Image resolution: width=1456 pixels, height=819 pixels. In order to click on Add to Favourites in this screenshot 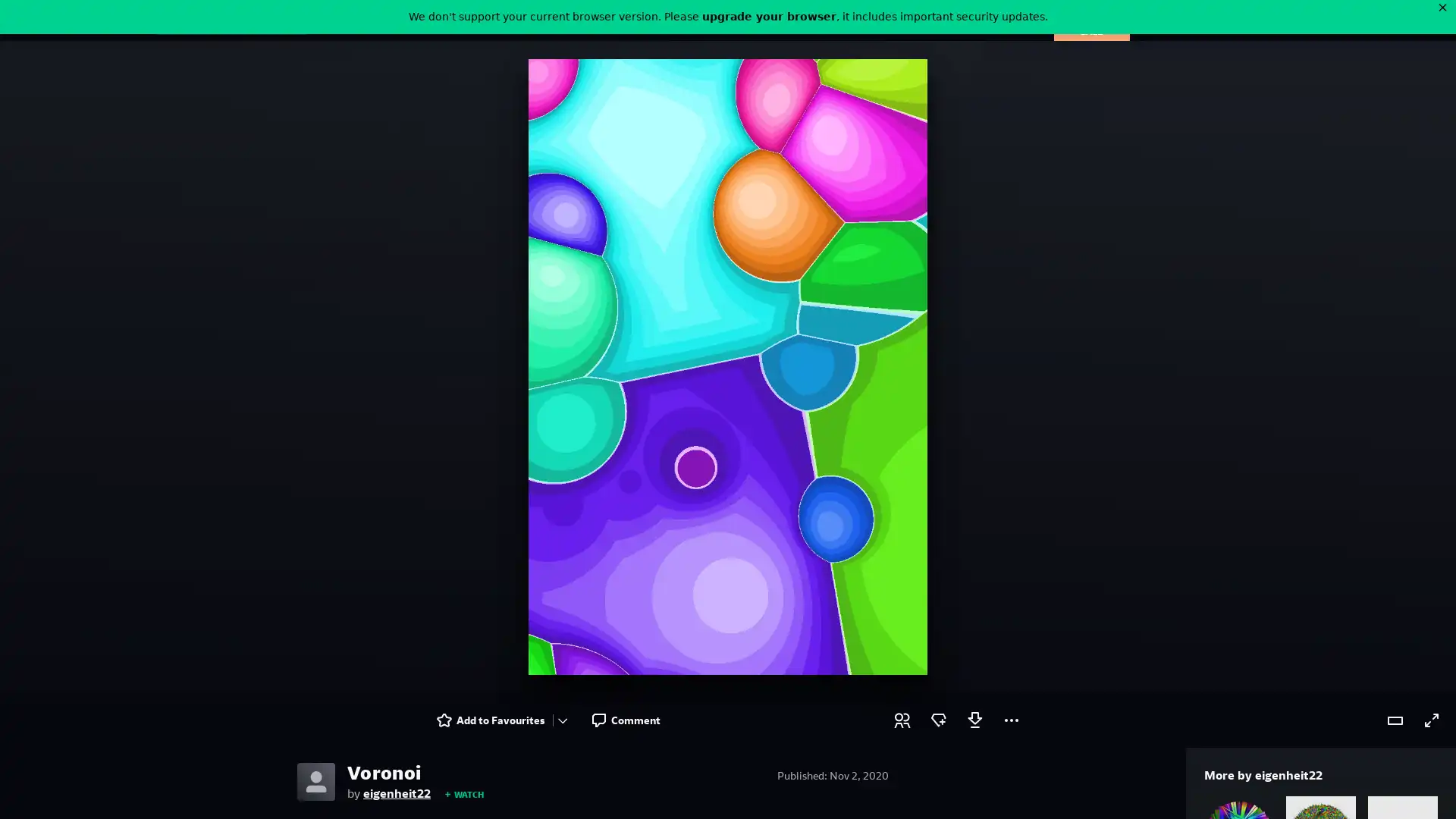, I will do `click(353, 719)`.